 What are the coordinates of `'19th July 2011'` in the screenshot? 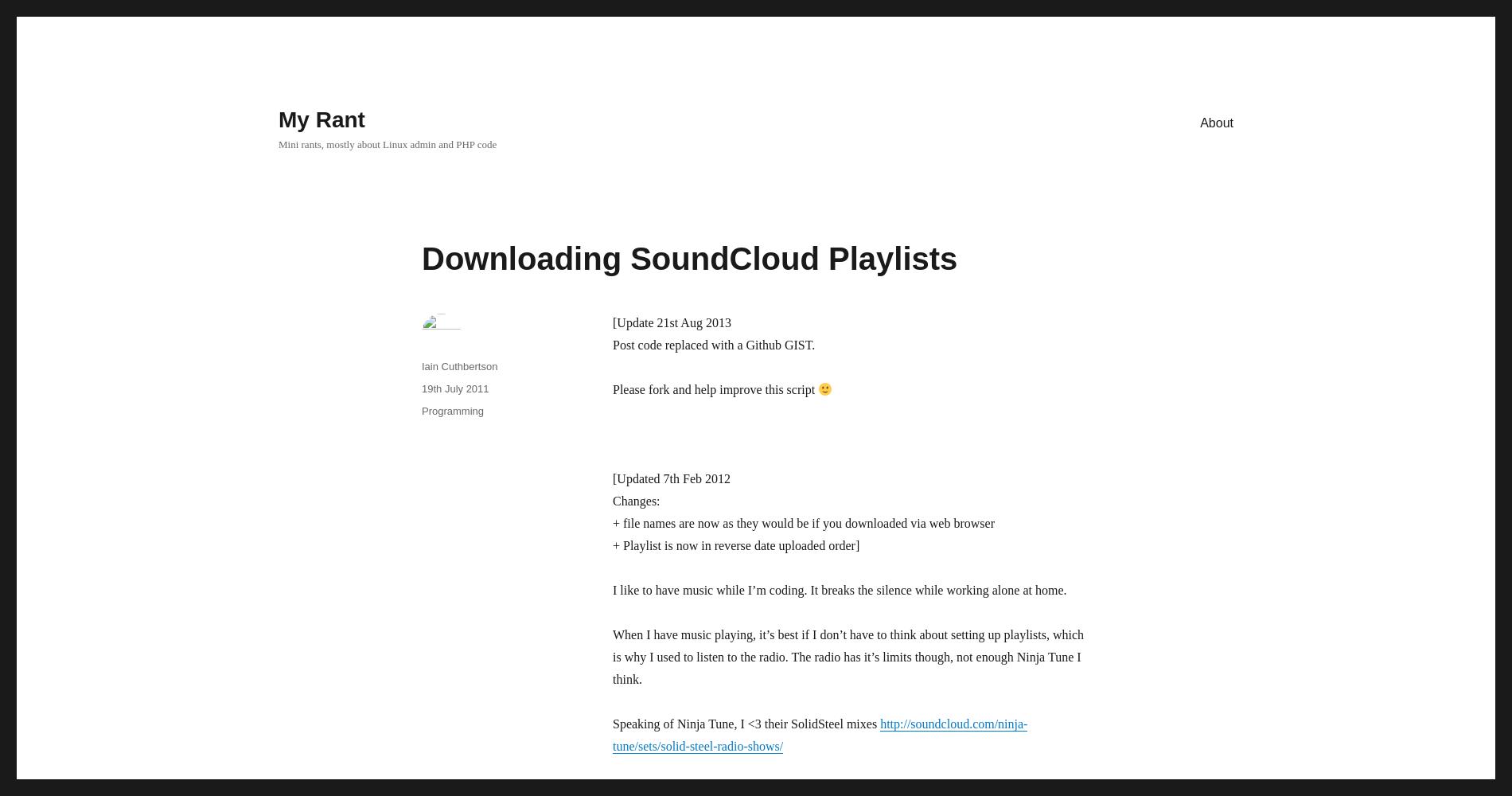 It's located at (455, 388).